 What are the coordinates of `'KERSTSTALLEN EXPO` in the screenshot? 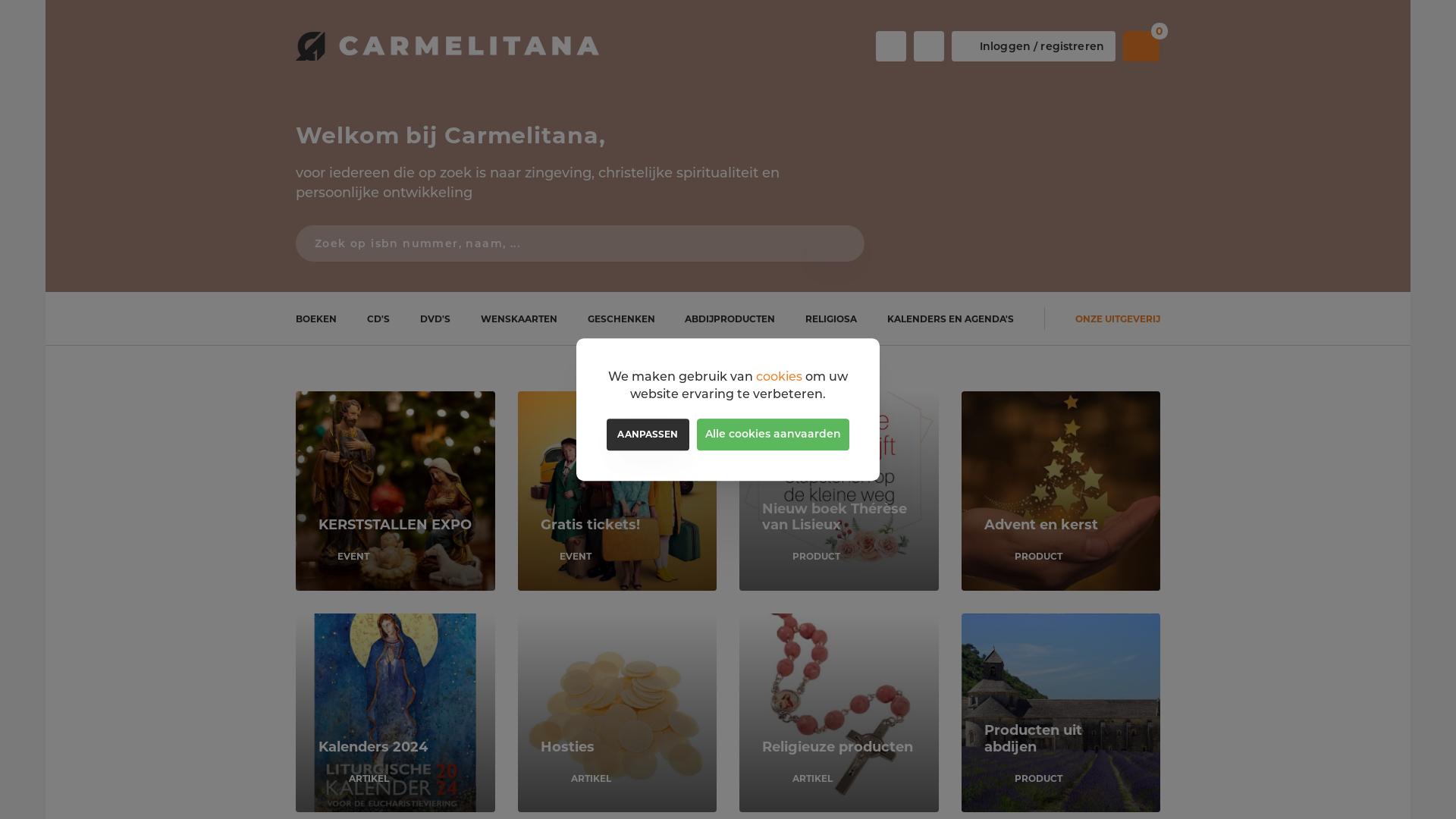 It's located at (395, 491).